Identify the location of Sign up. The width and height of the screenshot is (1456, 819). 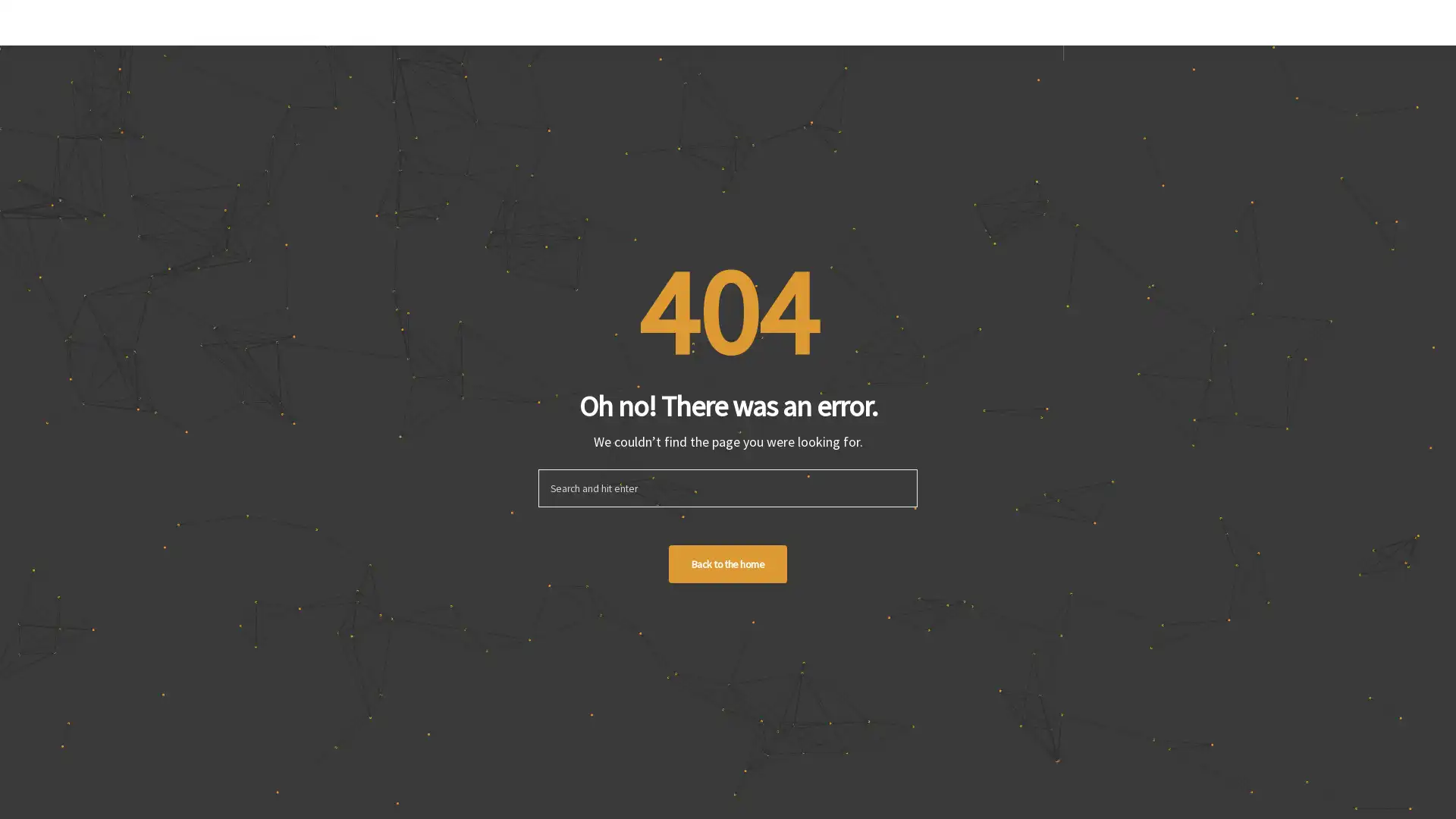
(993, 577).